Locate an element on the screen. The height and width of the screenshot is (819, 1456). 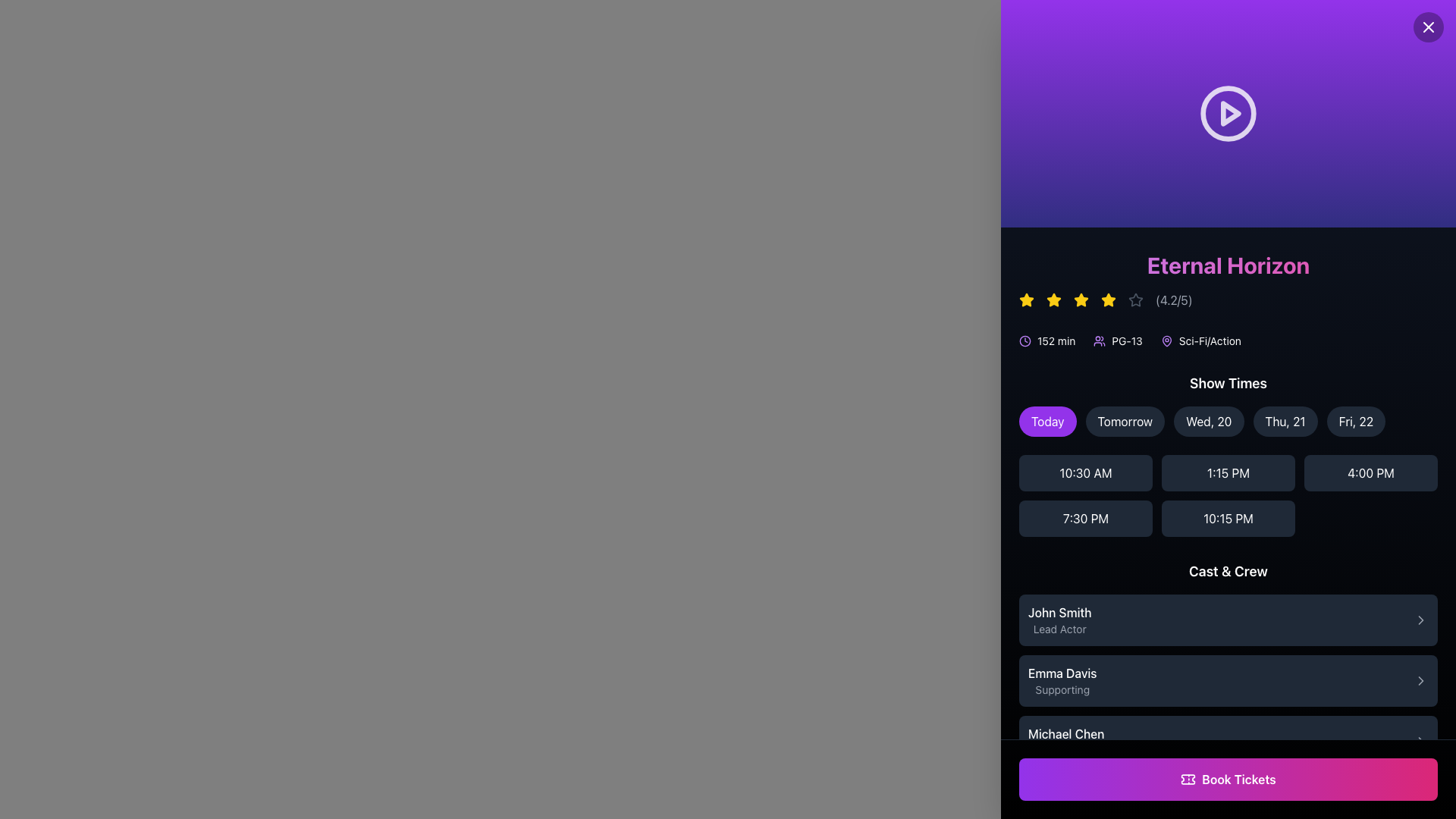
the hollow star icon is located at coordinates (1135, 300).